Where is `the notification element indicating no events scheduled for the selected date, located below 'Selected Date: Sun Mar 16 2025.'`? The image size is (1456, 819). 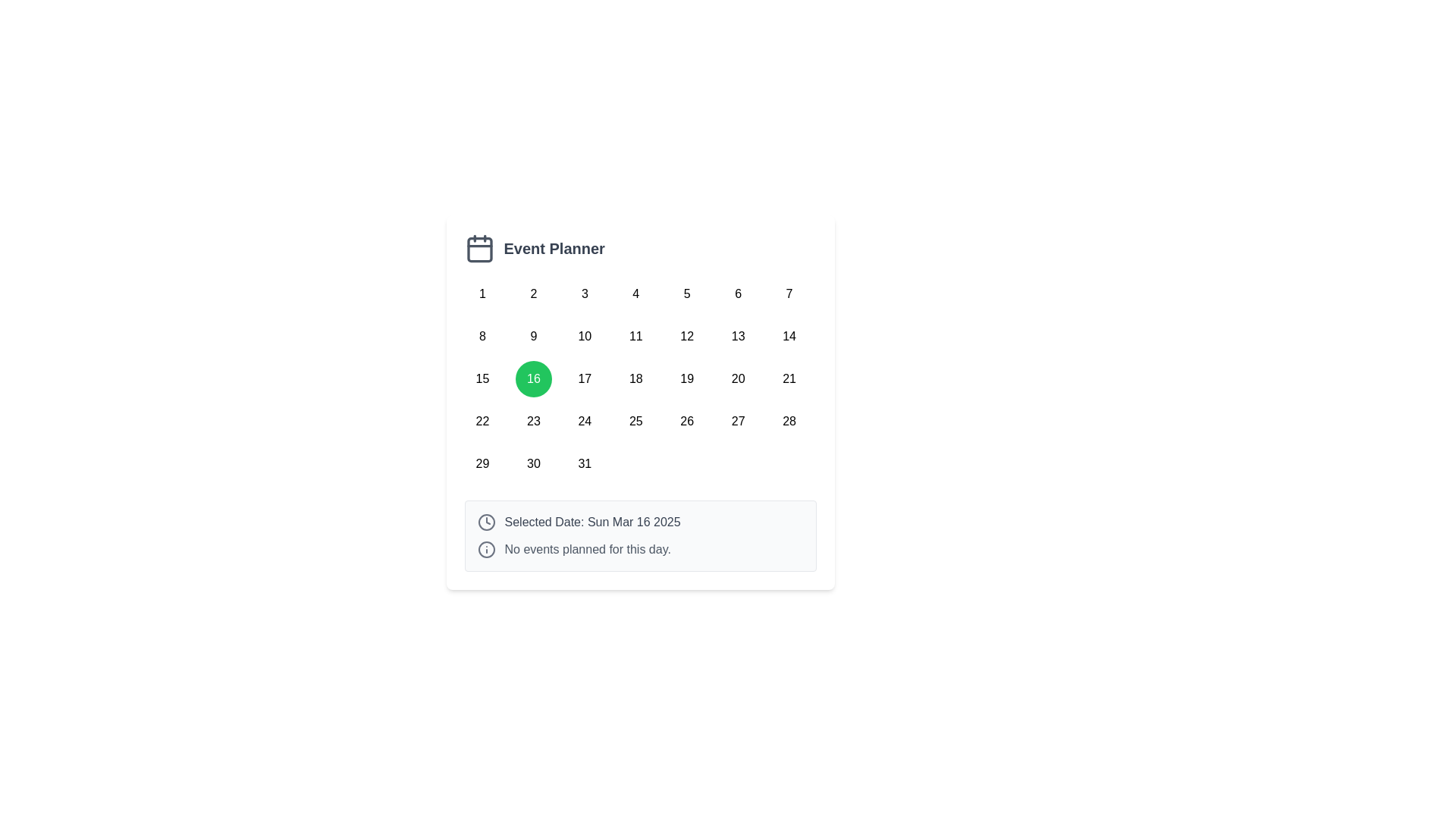 the notification element indicating no events scheduled for the selected date, located below 'Selected Date: Sun Mar 16 2025.' is located at coordinates (640, 550).